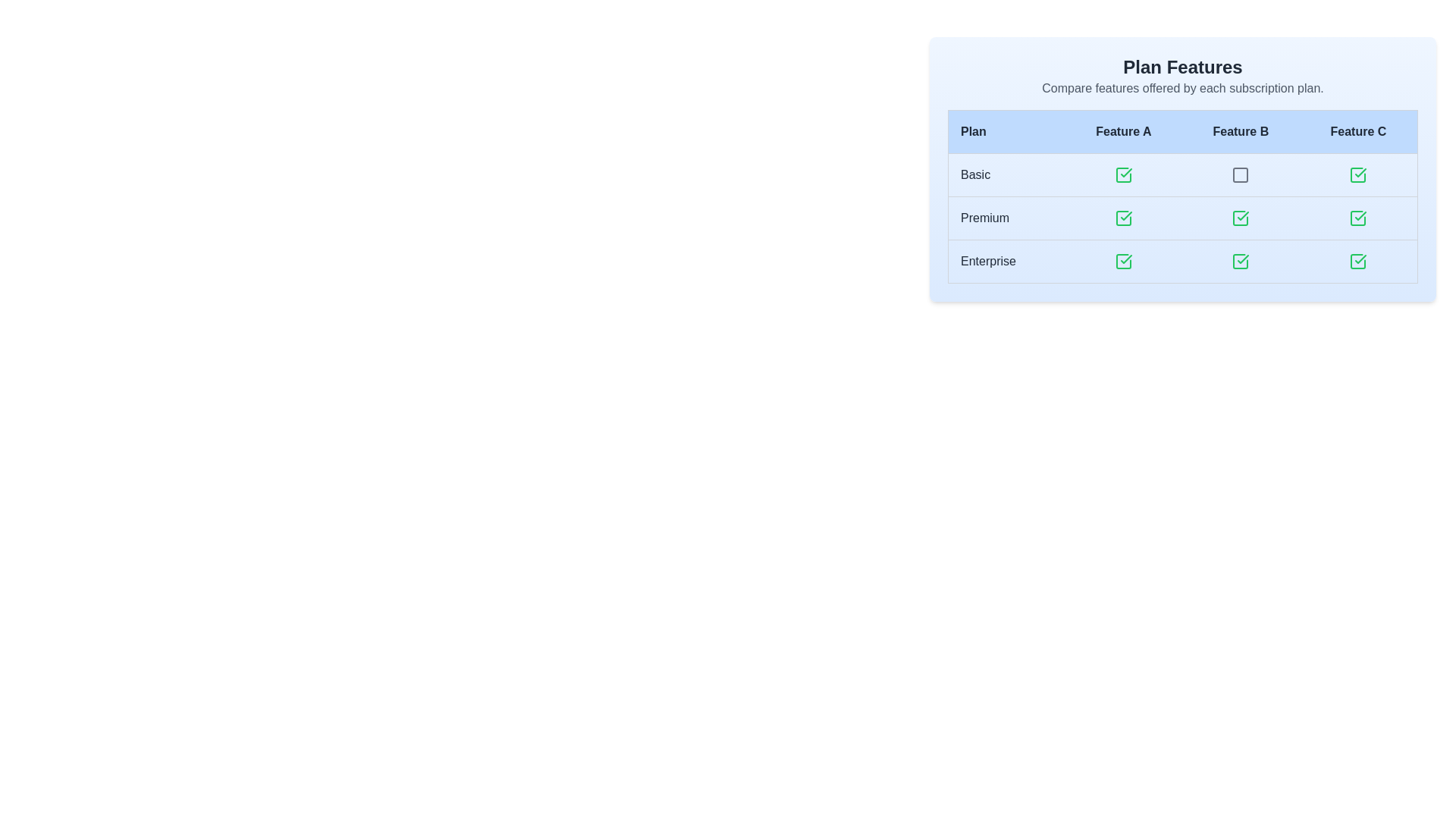 The height and width of the screenshot is (819, 1456). I want to click on the centrally located subscription plans comparison table, so click(1182, 218).